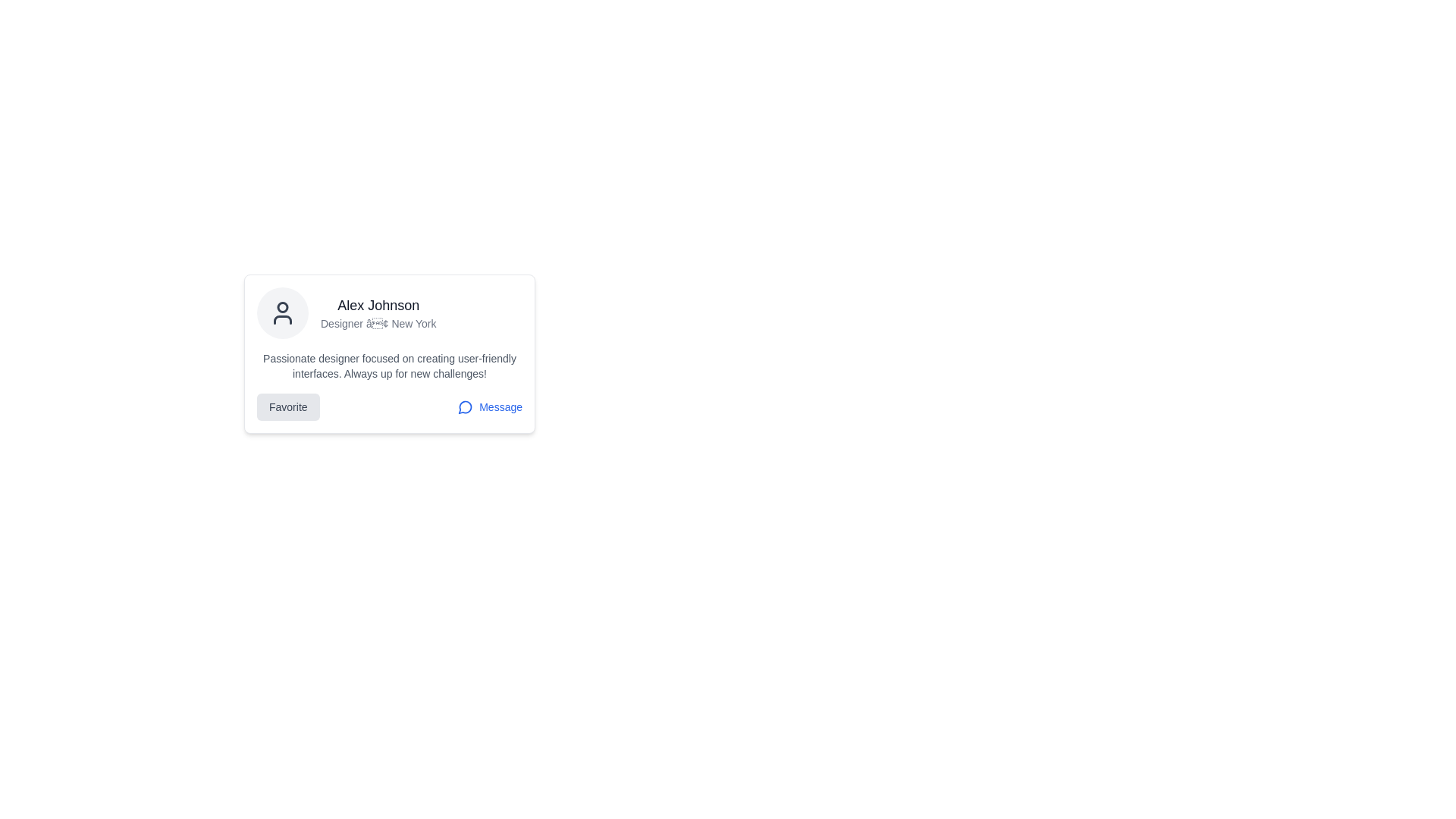  What do you see at coordinates (378, 305) in the screenshot?
I see `the user name text label that serves as the title of the profile information in the card, positioned above the line 'Designer • New York' and to the right of a circular user icon` at bounding box center [378, 305].